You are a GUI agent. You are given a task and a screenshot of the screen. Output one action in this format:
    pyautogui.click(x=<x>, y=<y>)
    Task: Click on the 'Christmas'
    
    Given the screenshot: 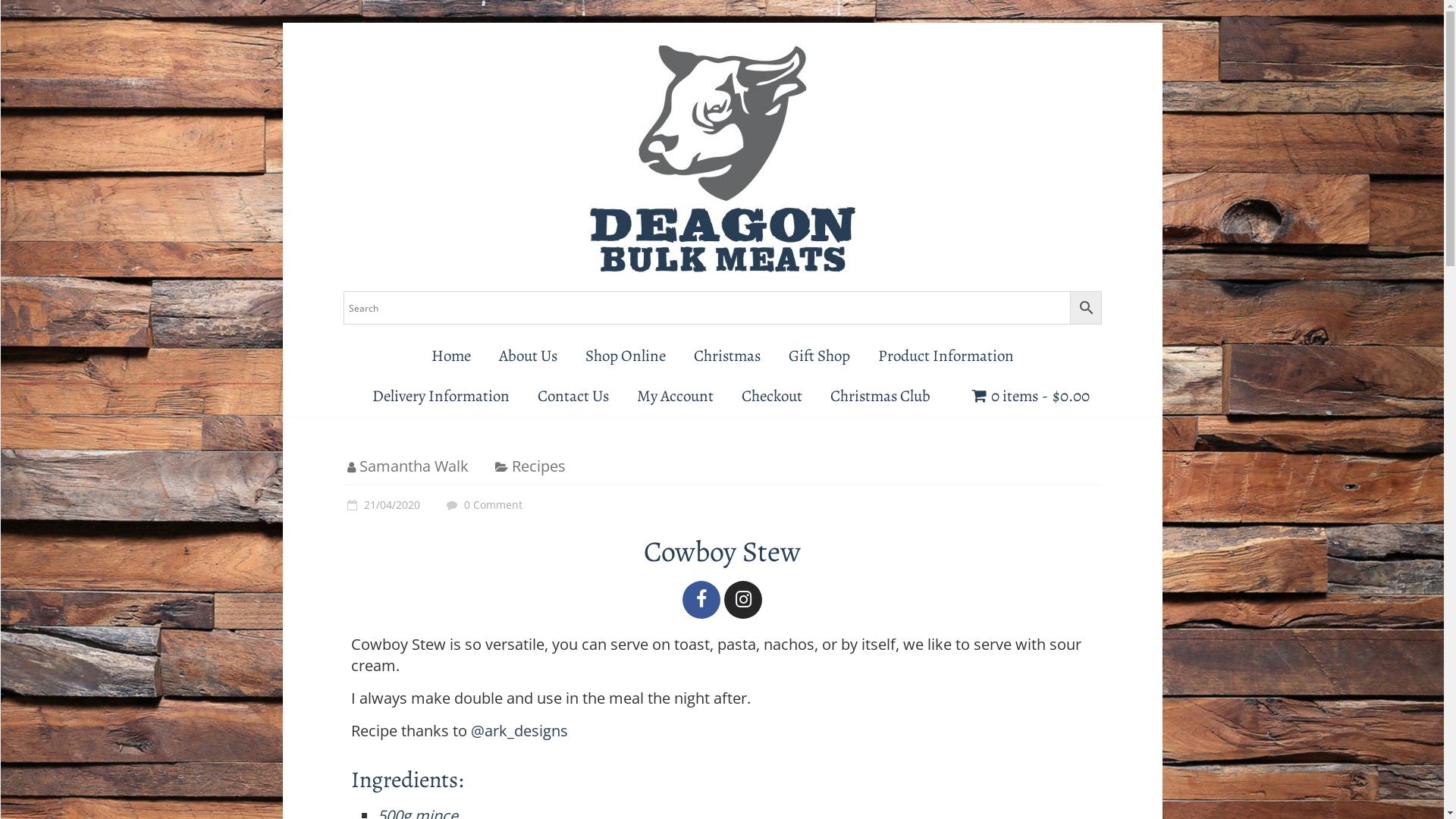 What is the action you would take?
    pyautogui.click(x=726, y=356)
    